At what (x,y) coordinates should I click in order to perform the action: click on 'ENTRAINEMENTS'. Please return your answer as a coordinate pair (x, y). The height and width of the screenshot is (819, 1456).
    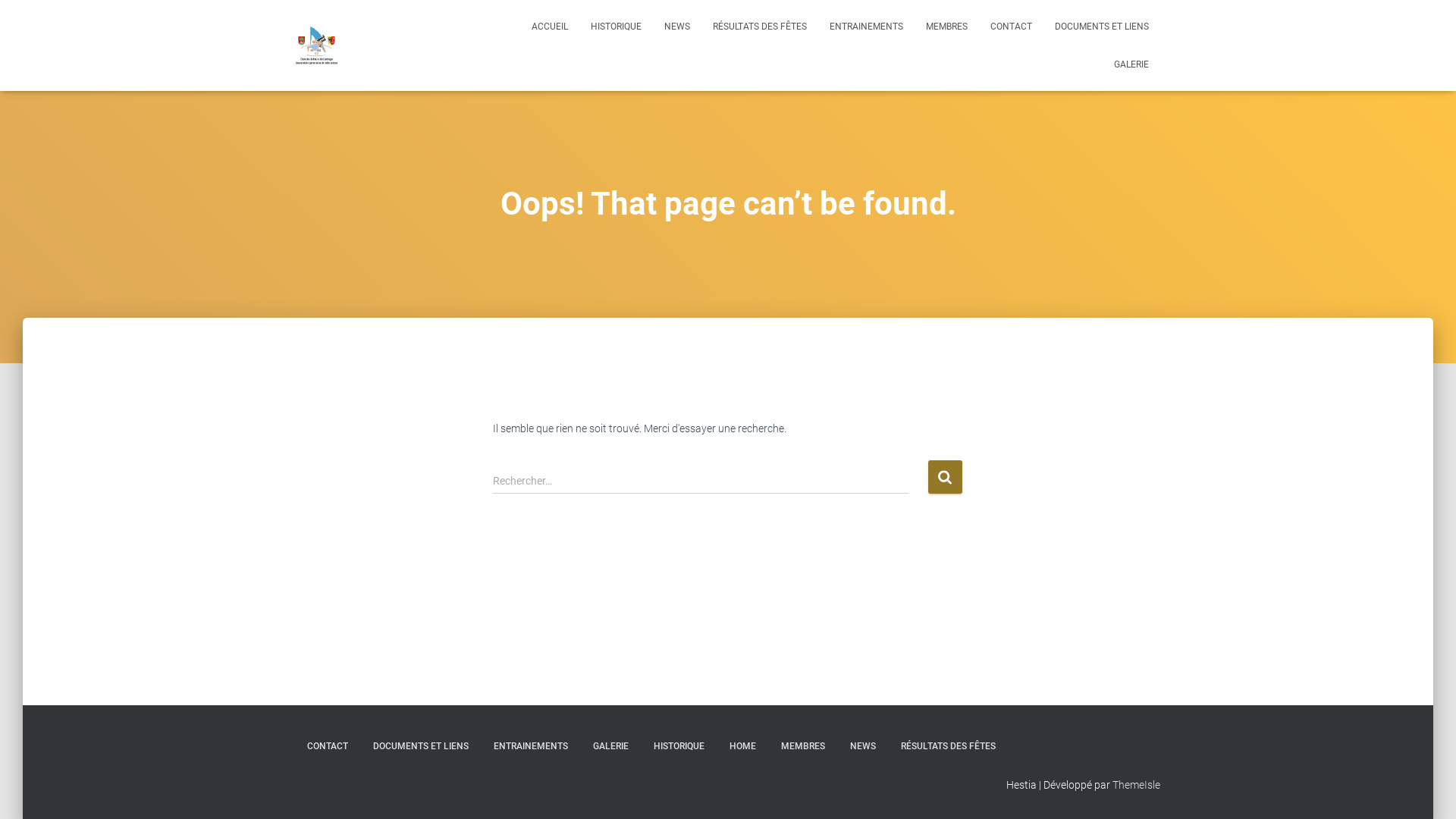
    Looking at the image, I should click on (817, 26).